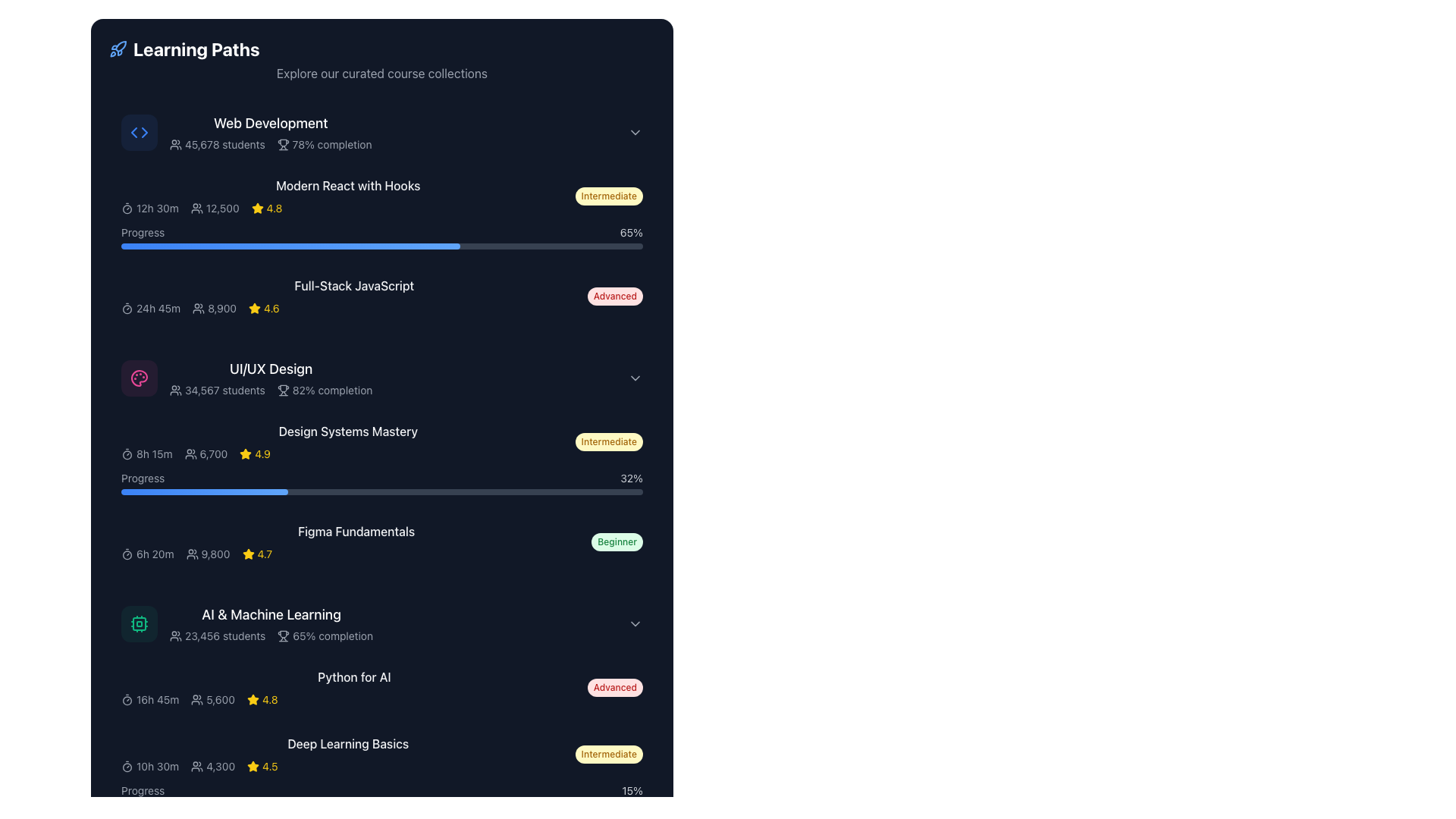  What do you see at coordinates (262, 453) in the screenshot?
I see `the text label displaying the numerical value '4.9', which is part of the rating information for the 'Design Systems Mastery' course, located in the fourth row of the 'Learning Paths' section, aligned to the right of a star icon` at bounding box center [262, 453].